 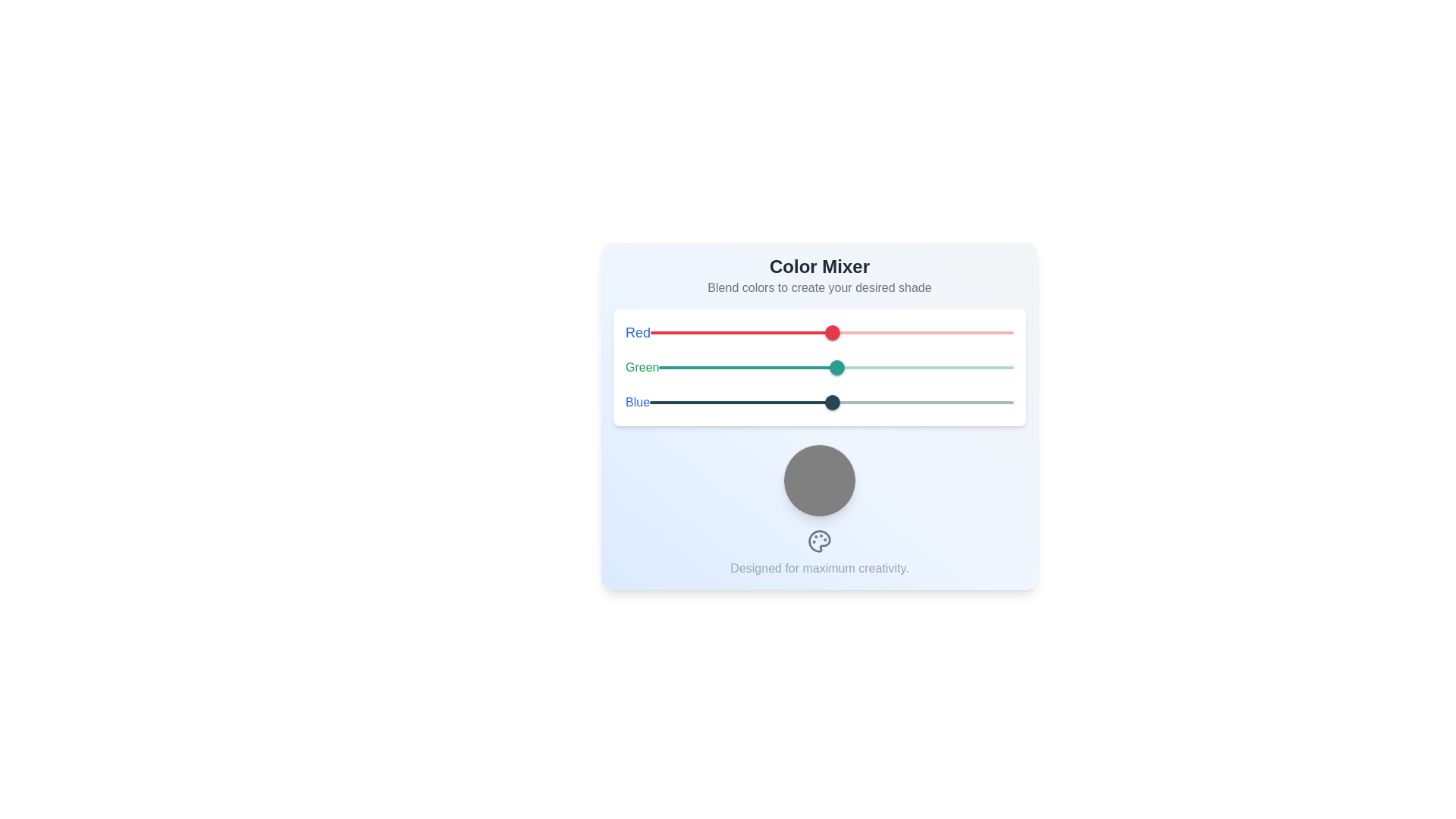 I want to click on the red color intensity, so click(x=806, y=332).